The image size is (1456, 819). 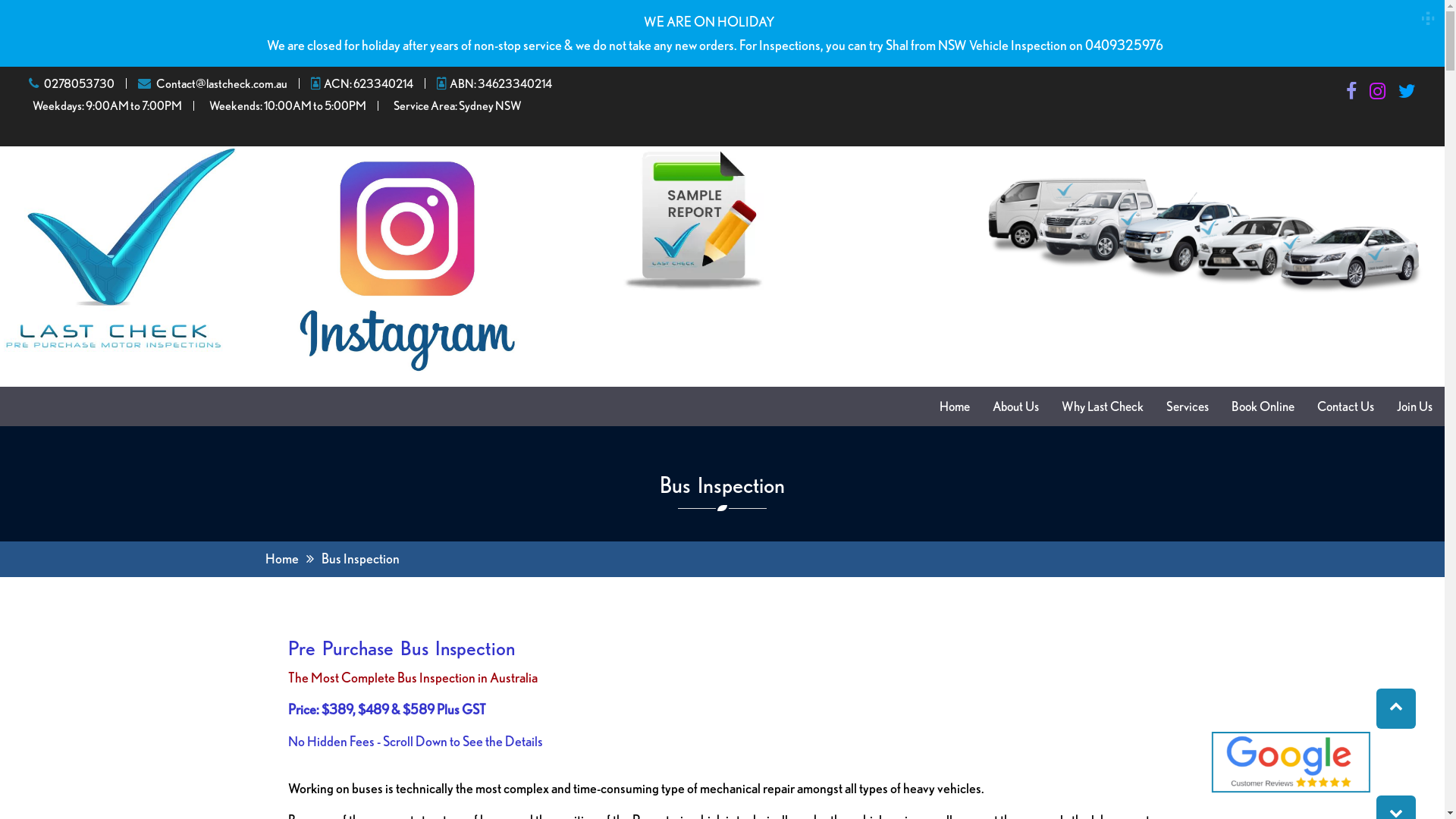 What do you see at coordinates (1186, 406) in the screenshot?
I see `'Services'` at bounding box center [1186, 406].